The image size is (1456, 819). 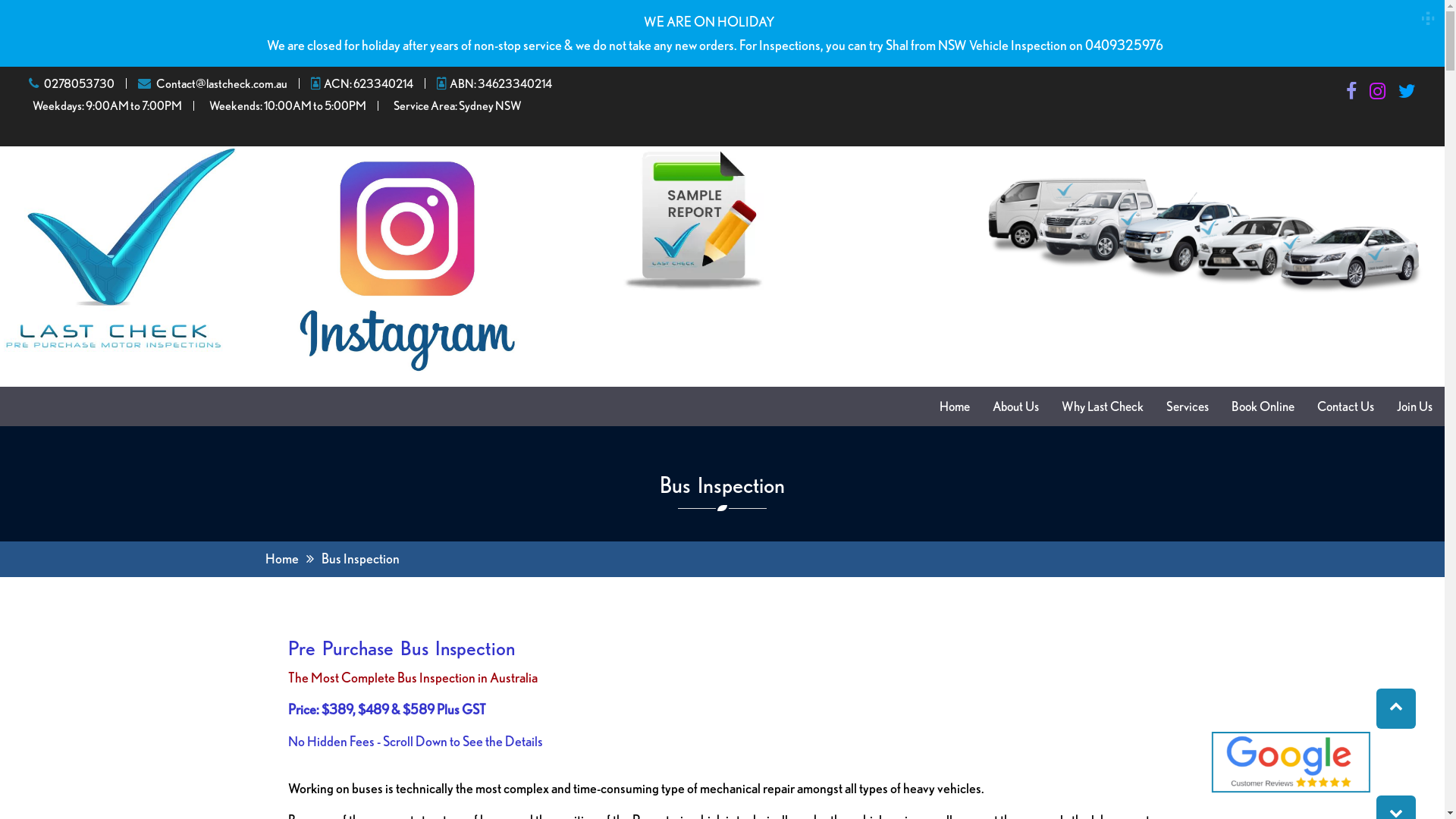 What do you see at coordinates (1186, 406) in the screenshot?
I see `'Services'` at bounding box center [1186, 406].